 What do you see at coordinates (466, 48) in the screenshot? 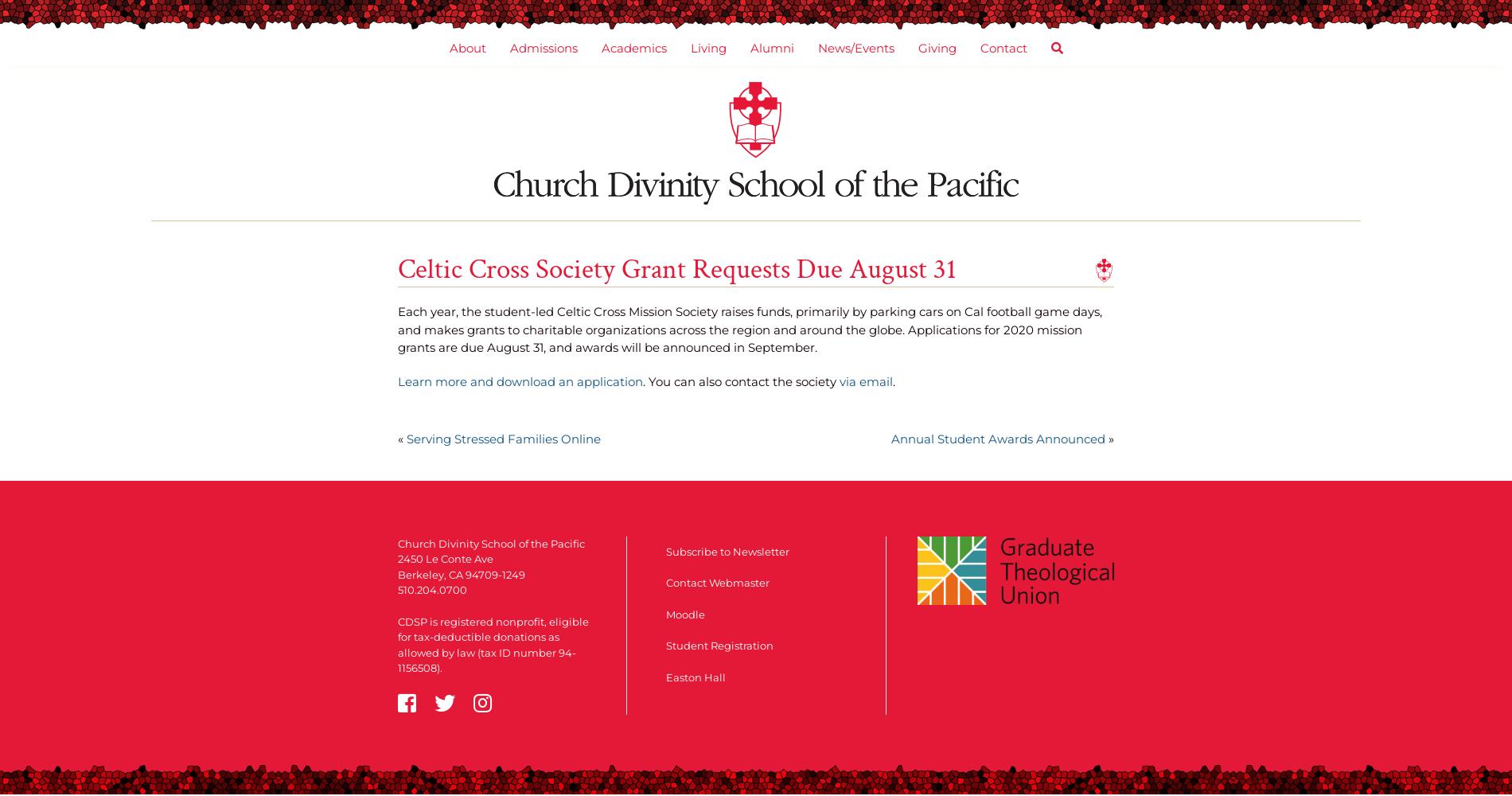
I see `'About'` at bounding box center [466, 48].